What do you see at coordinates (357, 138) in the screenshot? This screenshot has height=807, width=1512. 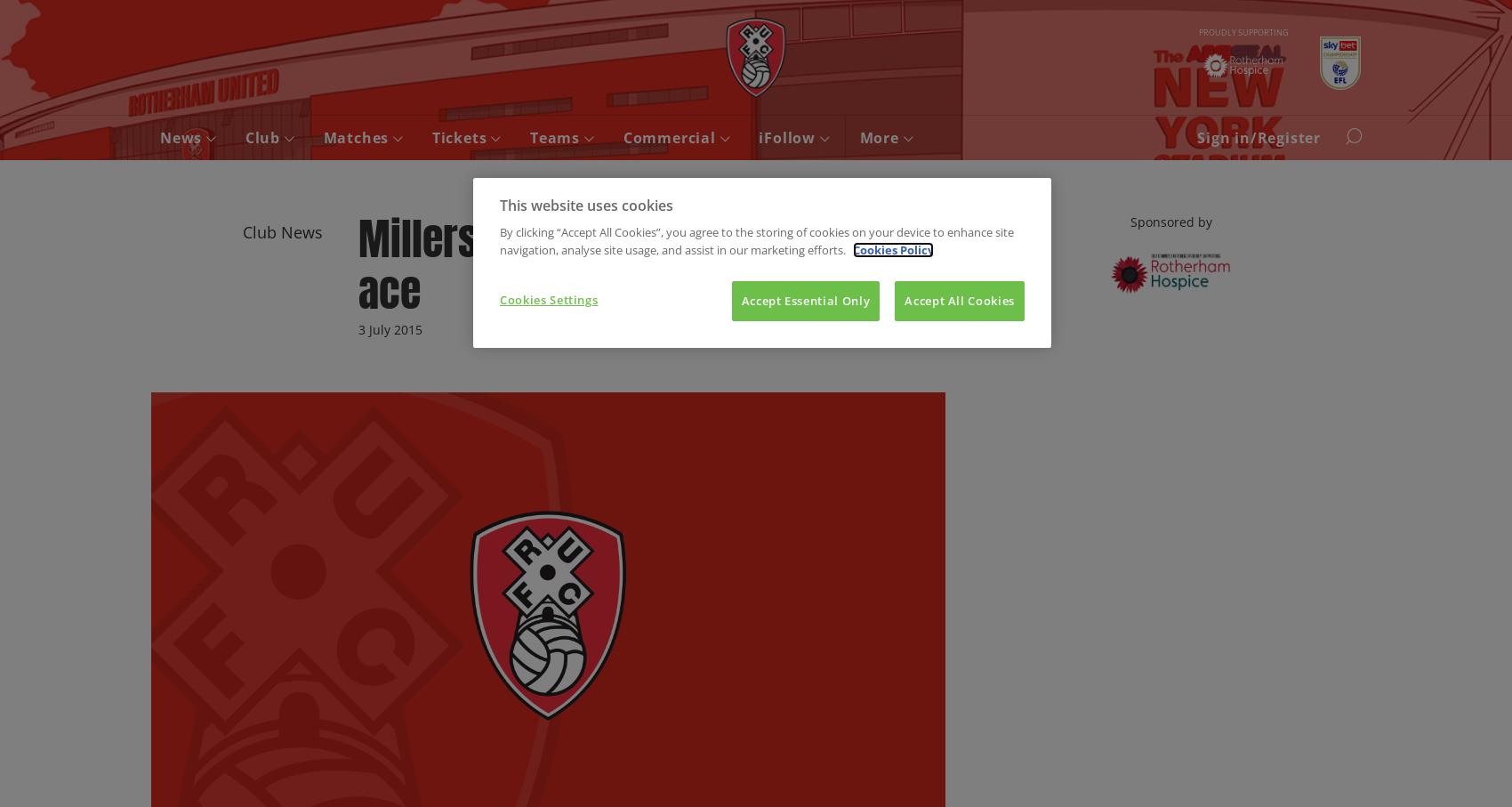 I see `'Matches'` at bounding box center [357, 138].